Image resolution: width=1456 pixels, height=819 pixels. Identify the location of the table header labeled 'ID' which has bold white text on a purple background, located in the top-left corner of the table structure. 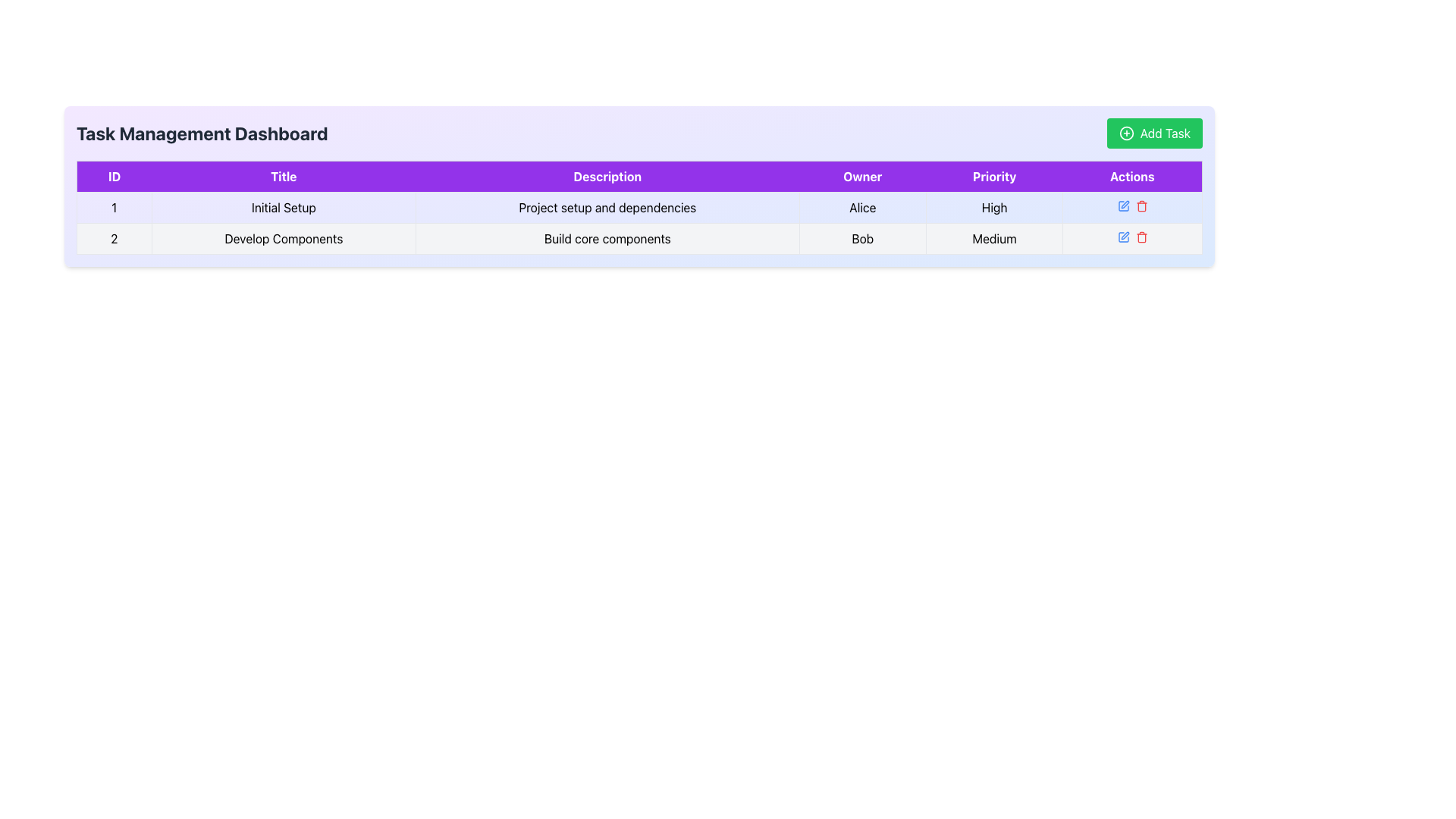
(113, 175).